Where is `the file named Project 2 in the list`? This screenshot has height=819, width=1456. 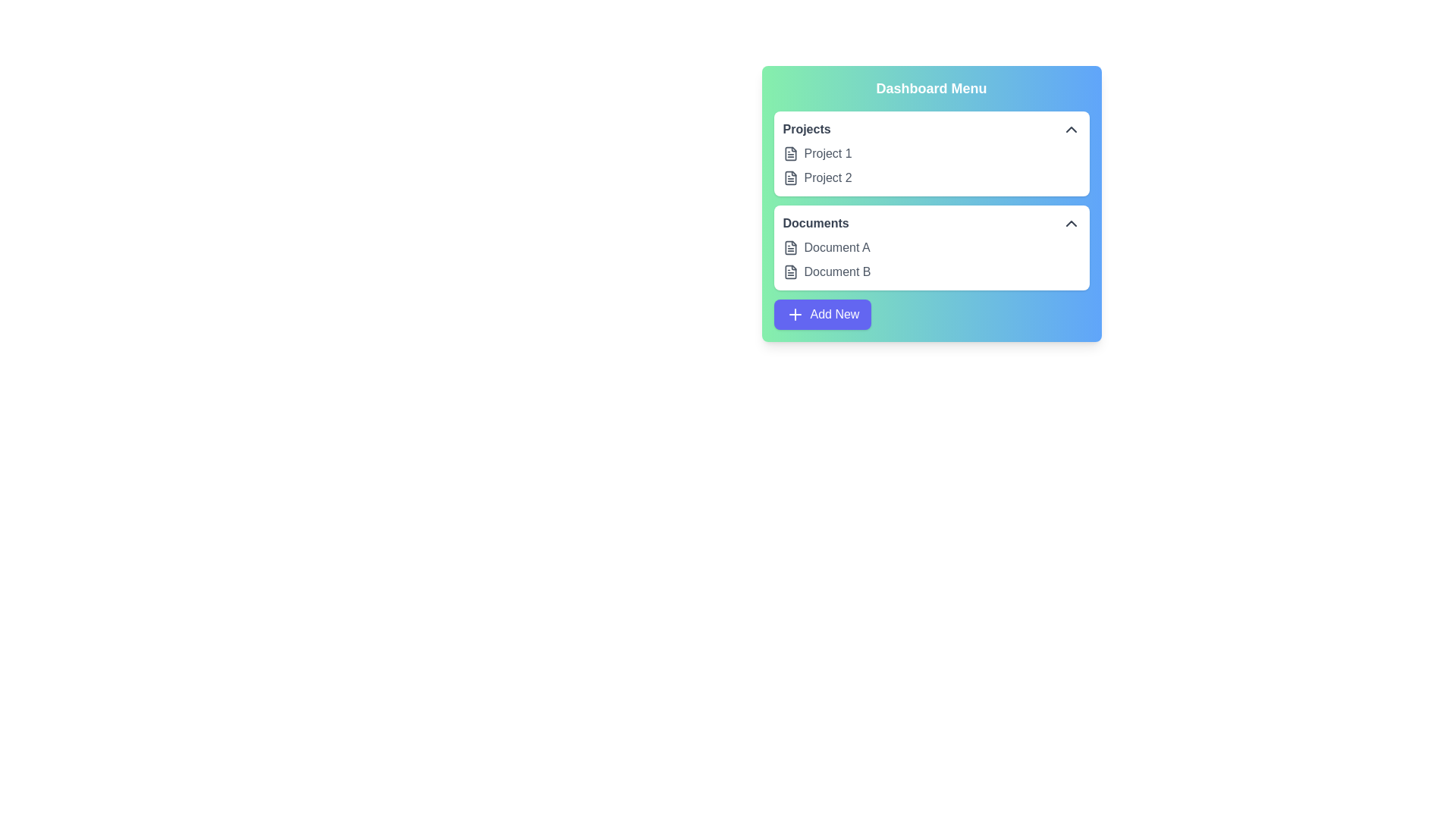 the file named Project 2 in the list is located at coordinates (789, 177).